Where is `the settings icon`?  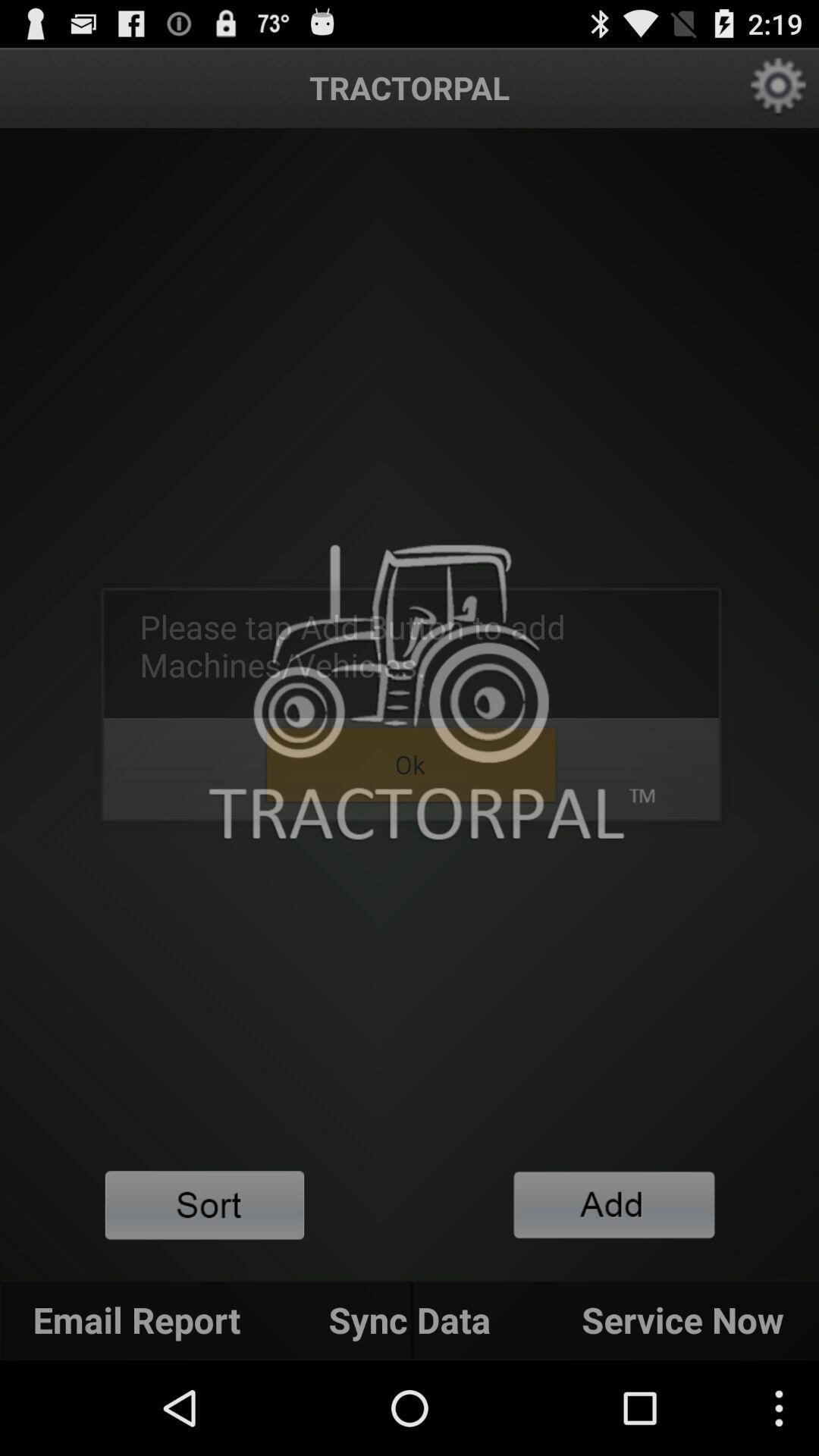
the settings icon is located at coordinates (779, 93).